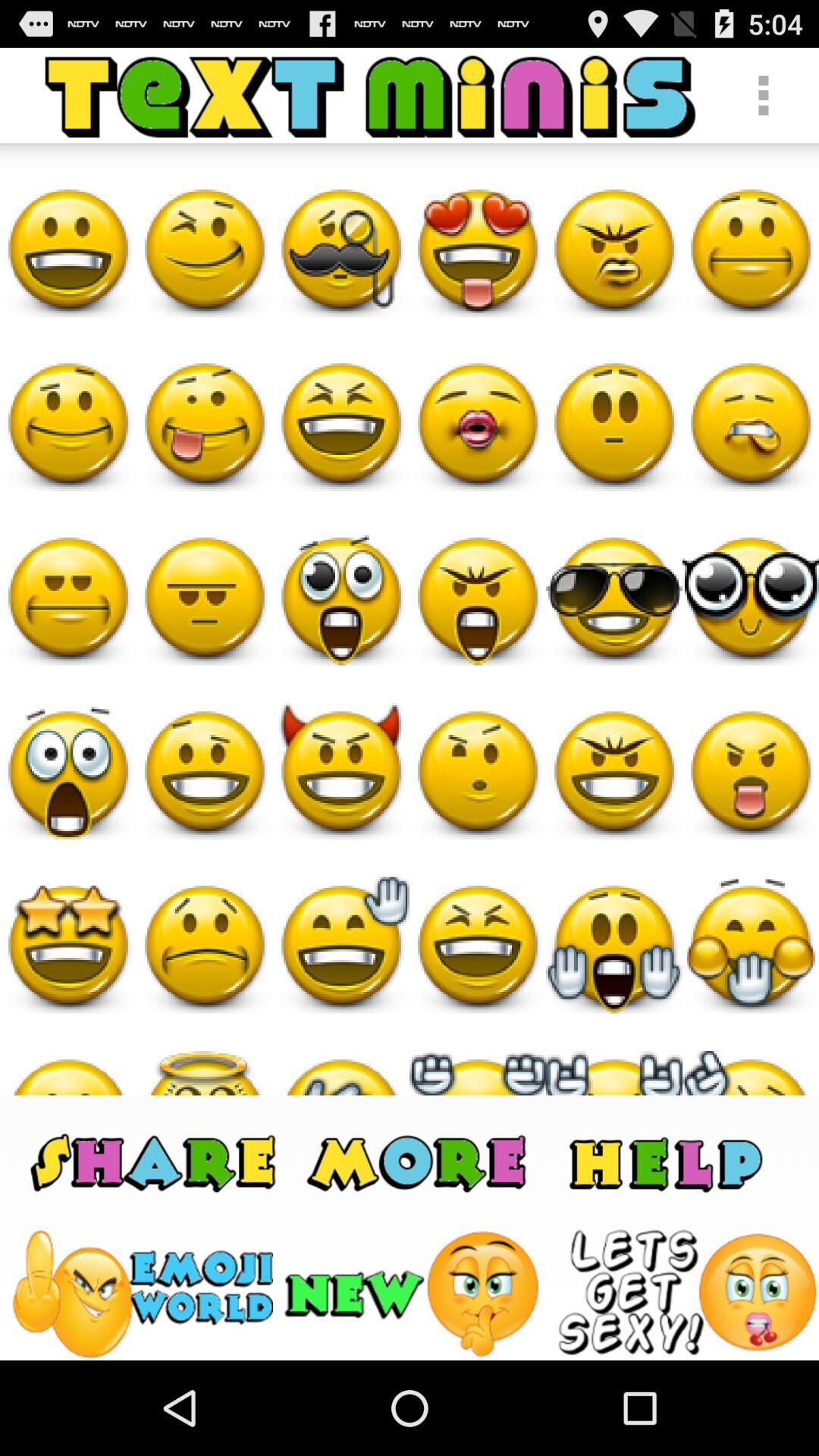 The image size is (819, 1456). I want to click on get a question answered, so click(664, 1160).